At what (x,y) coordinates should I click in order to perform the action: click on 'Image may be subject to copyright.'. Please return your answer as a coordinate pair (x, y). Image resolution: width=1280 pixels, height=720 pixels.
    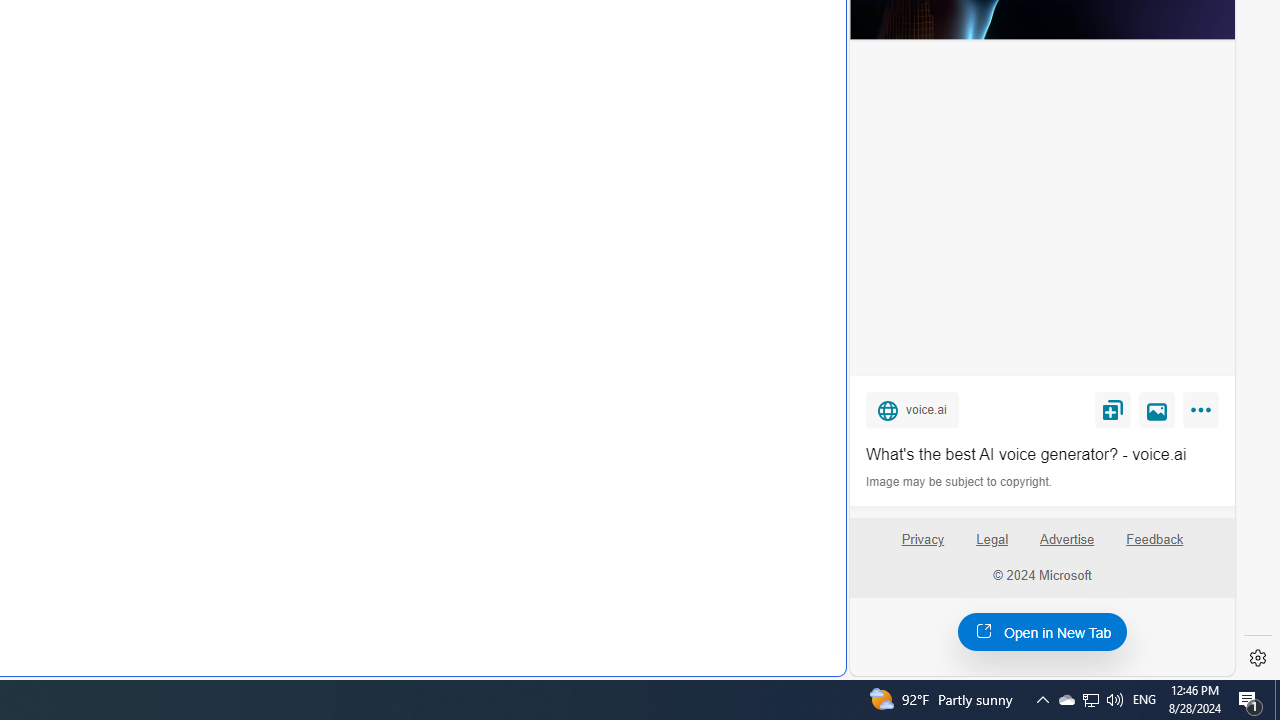
    Looking at the image, I should click on (960, 482).